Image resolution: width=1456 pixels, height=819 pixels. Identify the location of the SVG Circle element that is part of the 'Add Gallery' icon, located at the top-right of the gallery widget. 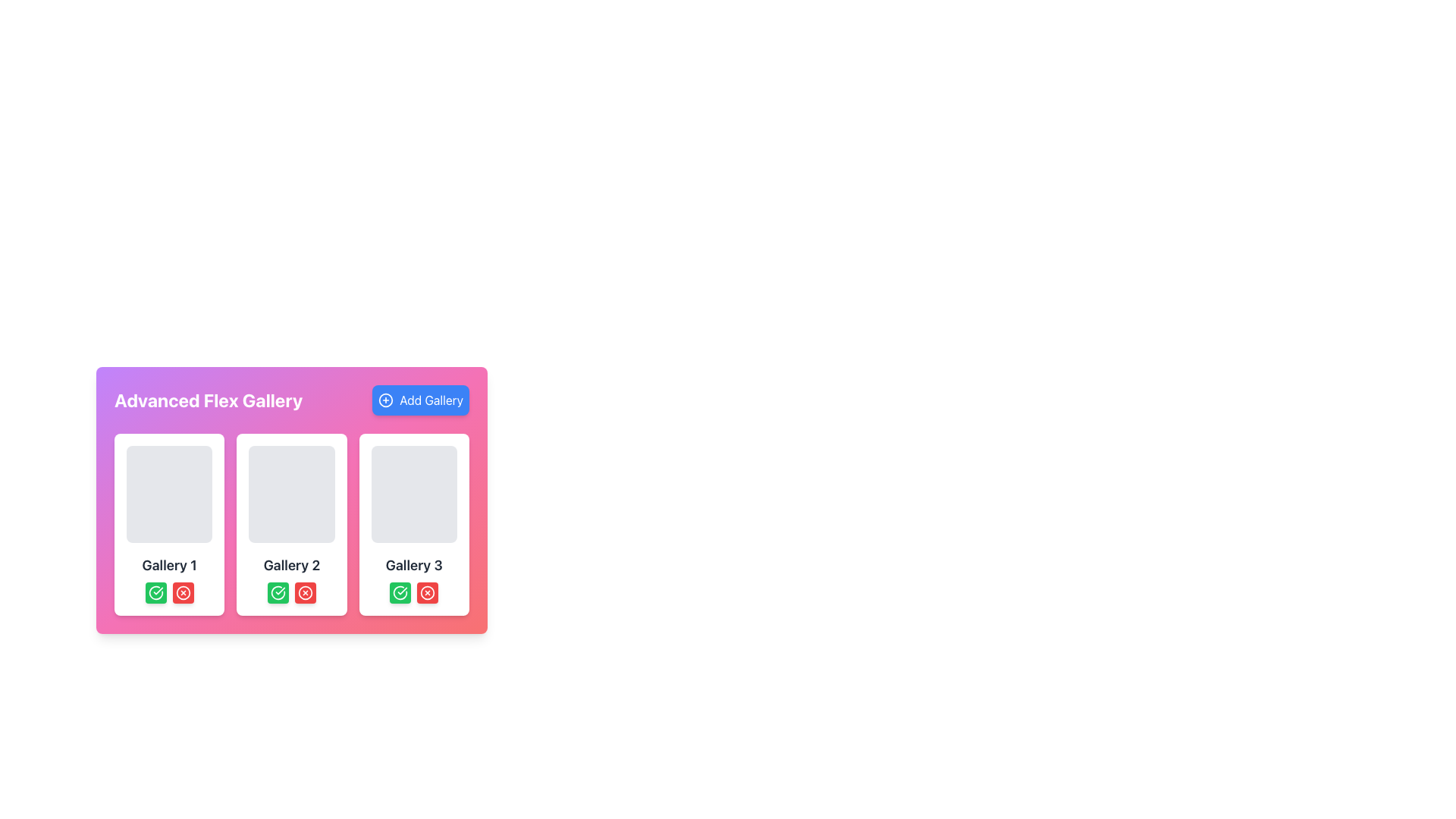
(386, 400).